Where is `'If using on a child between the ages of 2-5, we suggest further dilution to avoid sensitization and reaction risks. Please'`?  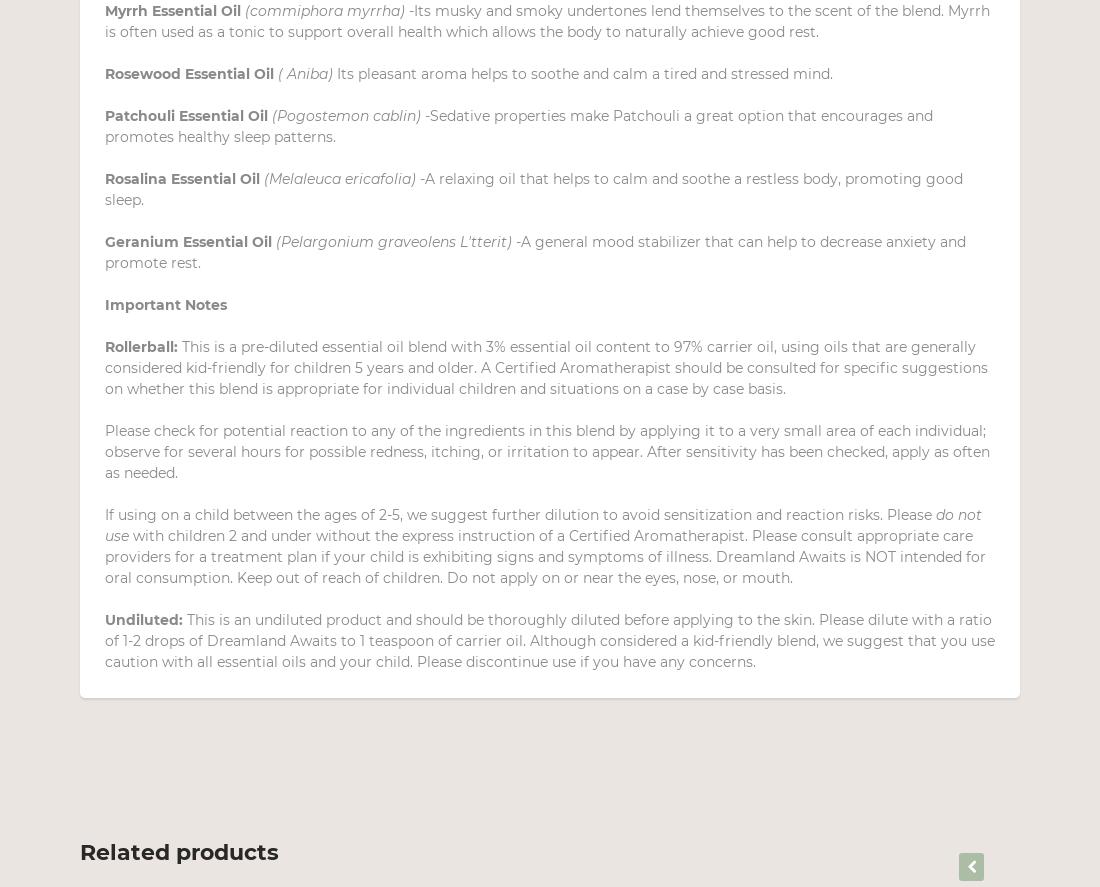 'If using on a child between the ages of 2-5, we suggest further dilution to avoid sensitization and reaction risks. Please' is located at coordinates (520, 514).